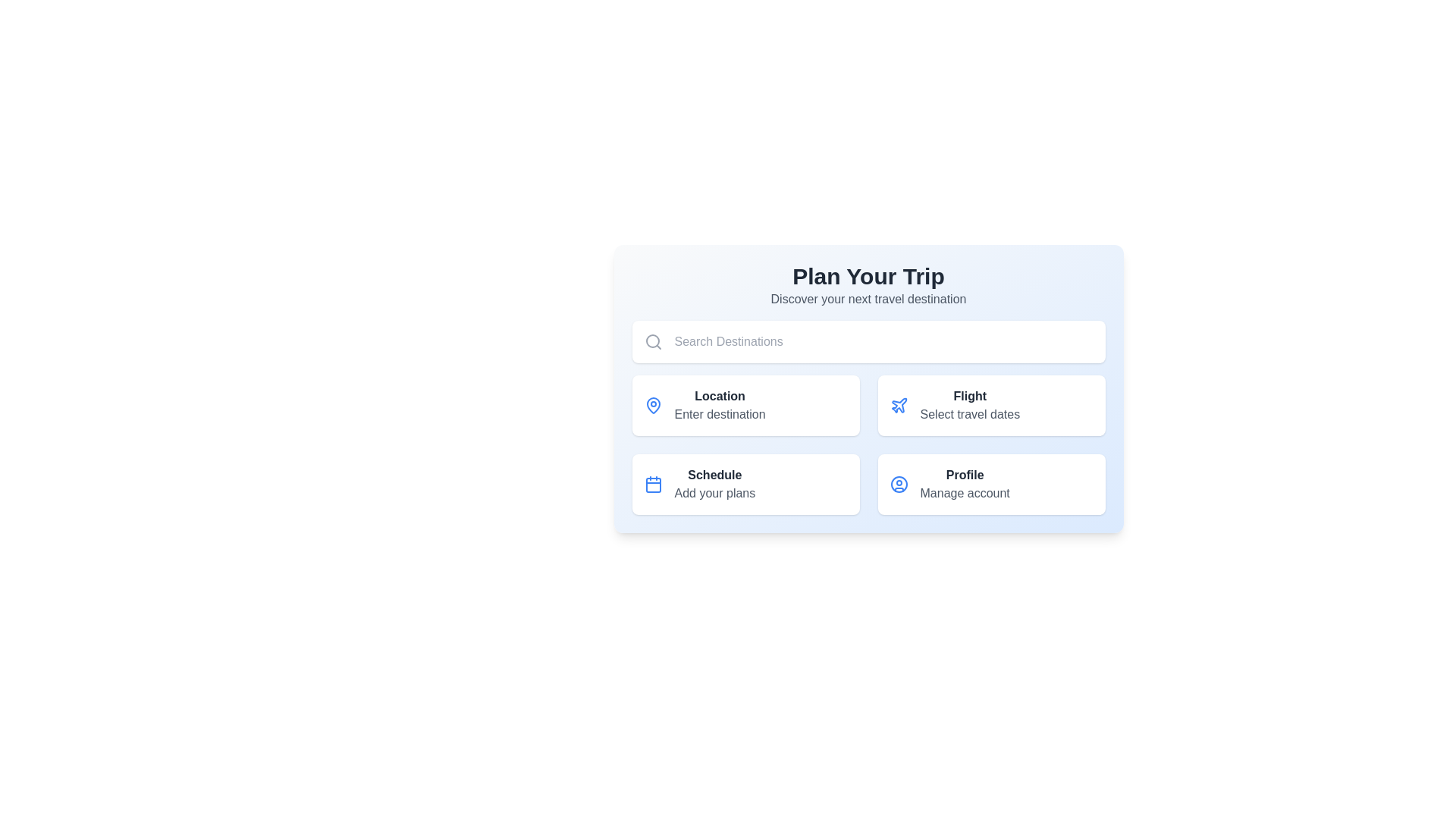  I want to click on the largest circle in the SVG graphic located in the bottom-right quadrant of the main panel, aligned with the text 'Profile: Manage account.', so click(899, 485).